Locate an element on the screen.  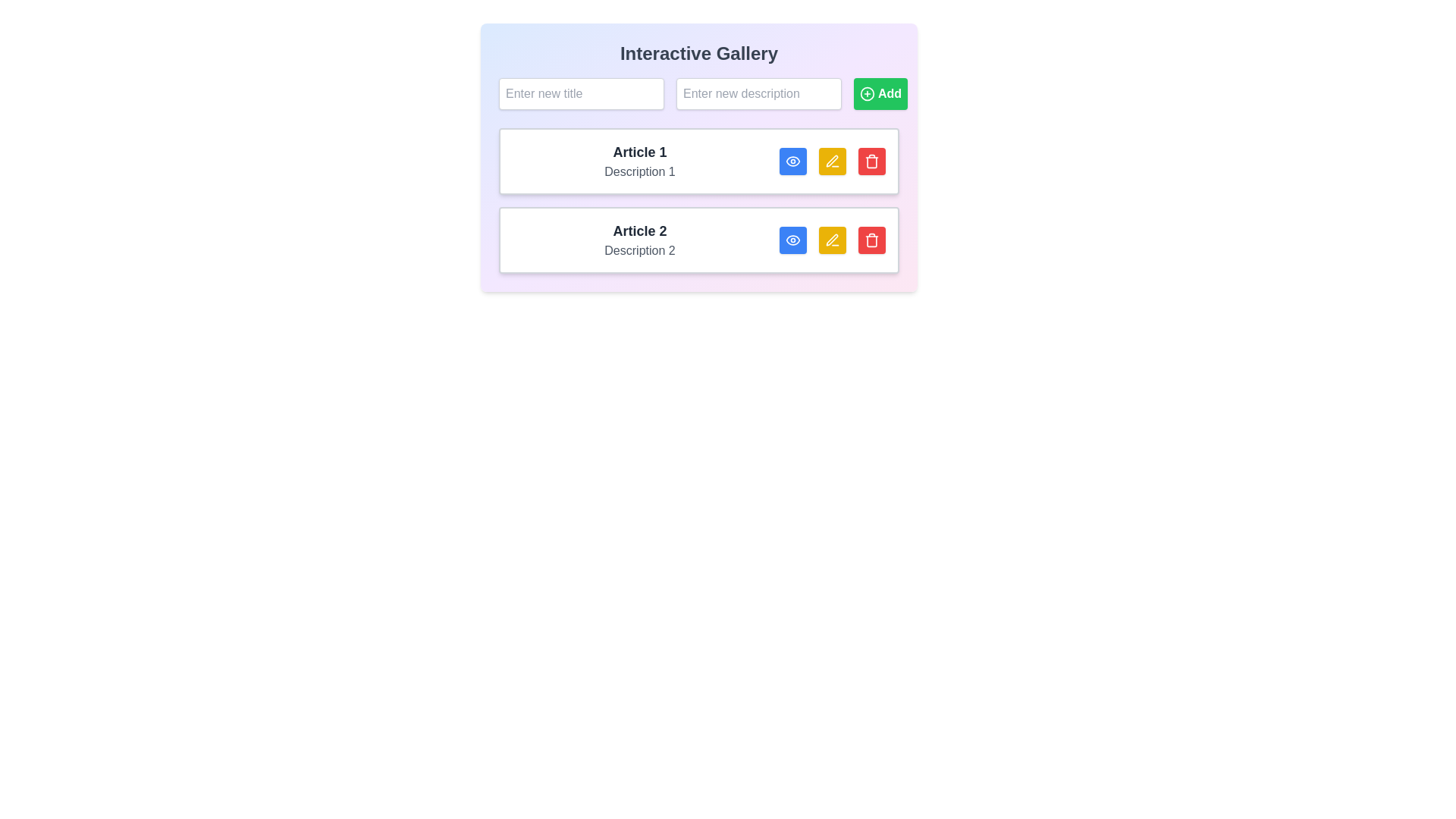
the bold, larger dark gray text label 'Article 2' located at the top of the second card under the 'Interactive Gallery' header is located at coordinates (640, 231).